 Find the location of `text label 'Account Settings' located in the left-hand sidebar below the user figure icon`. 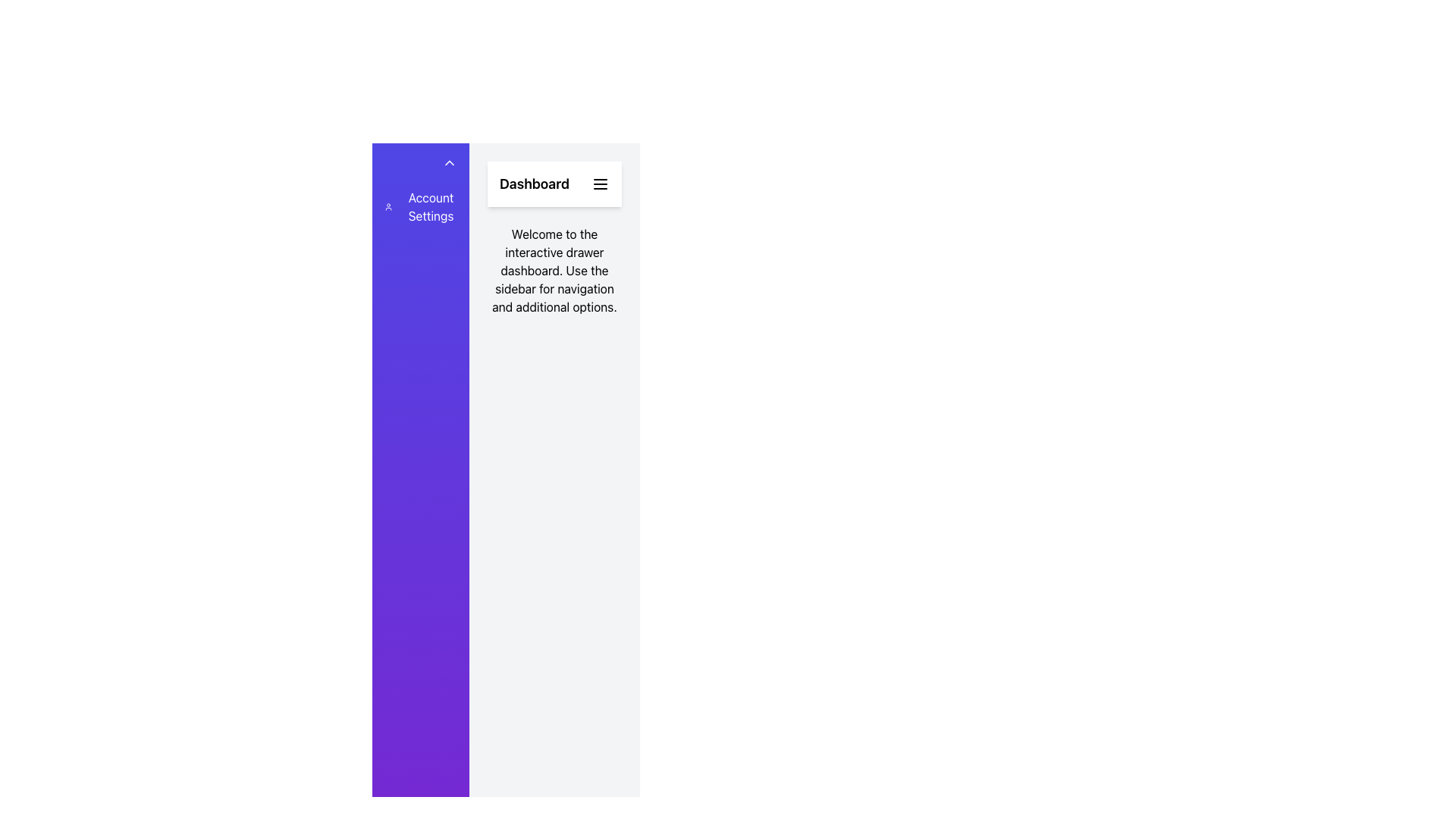

text label 'Account Settings' located in the left-hand sidebar below the user figure icon is located at coordinates (430, 207).